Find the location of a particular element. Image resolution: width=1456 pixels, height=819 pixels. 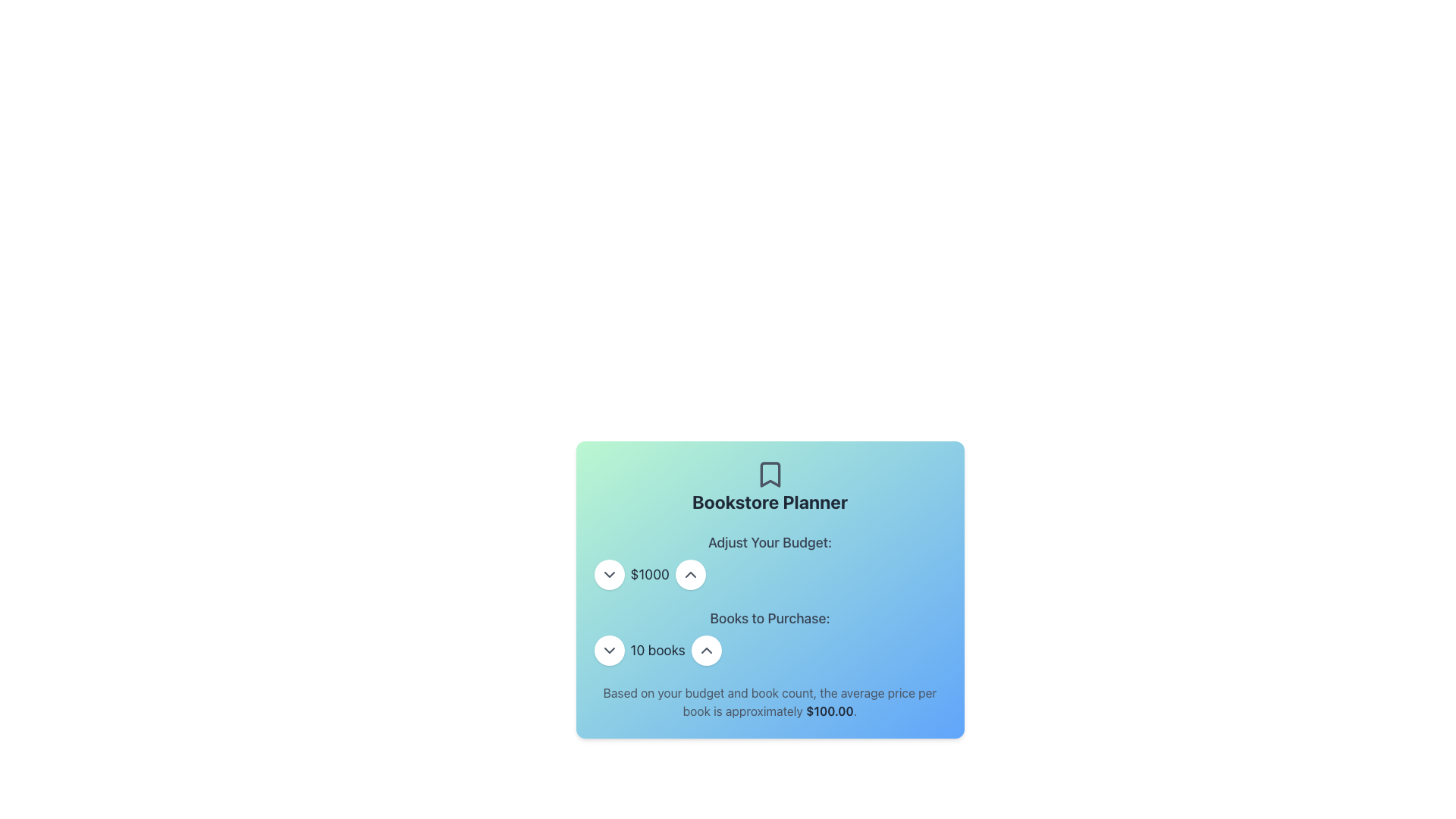

the Text Display that shows the calculated average price per book, which is part of the sentence located at the bottom of the 'Bookstore Planner' card is located at coordinates (829, 711).